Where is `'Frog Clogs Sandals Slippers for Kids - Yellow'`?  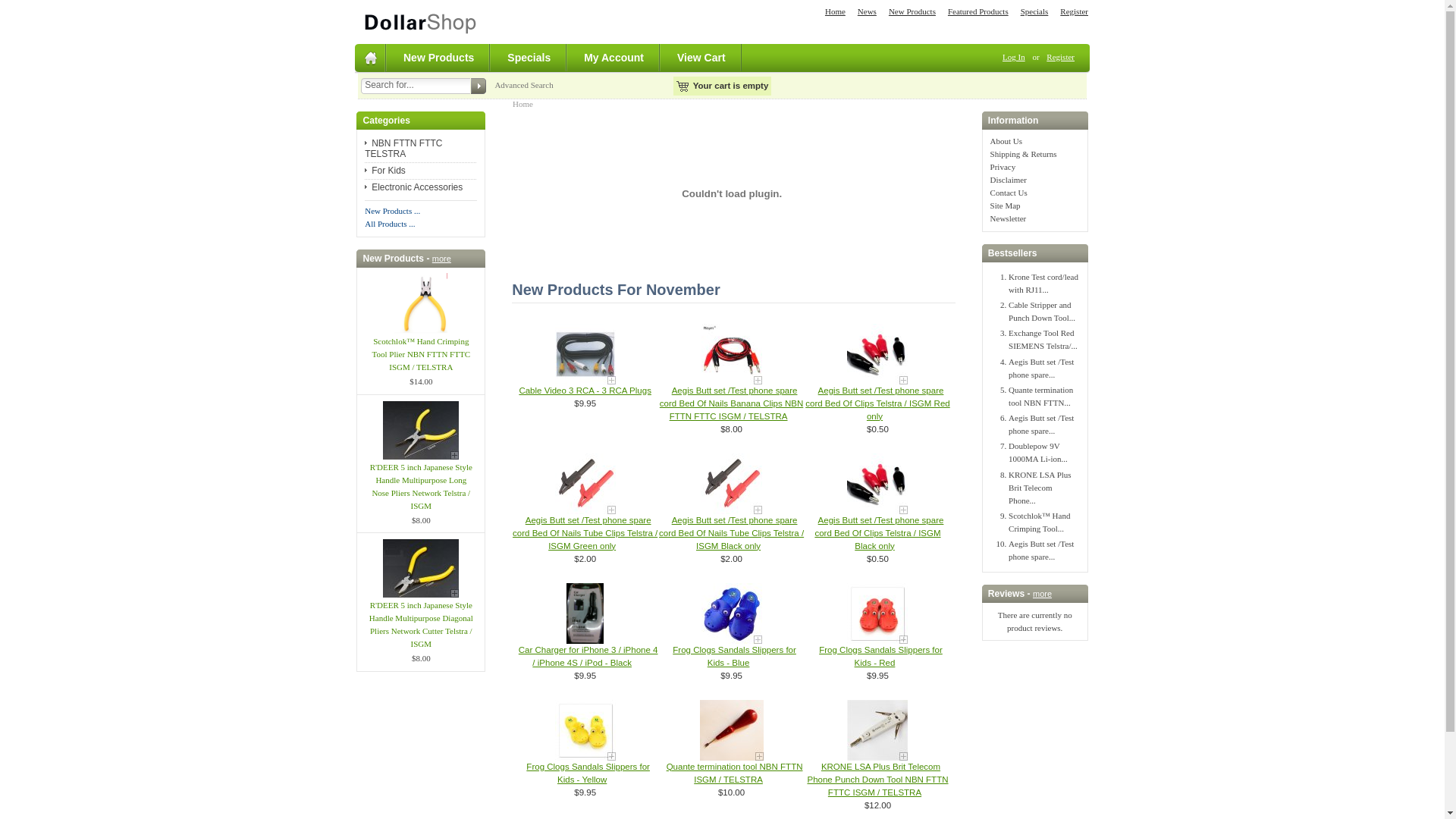
'Frog Clogs Sandals Slippers for Kids - Yellow' is located at coordinates (587, 773).